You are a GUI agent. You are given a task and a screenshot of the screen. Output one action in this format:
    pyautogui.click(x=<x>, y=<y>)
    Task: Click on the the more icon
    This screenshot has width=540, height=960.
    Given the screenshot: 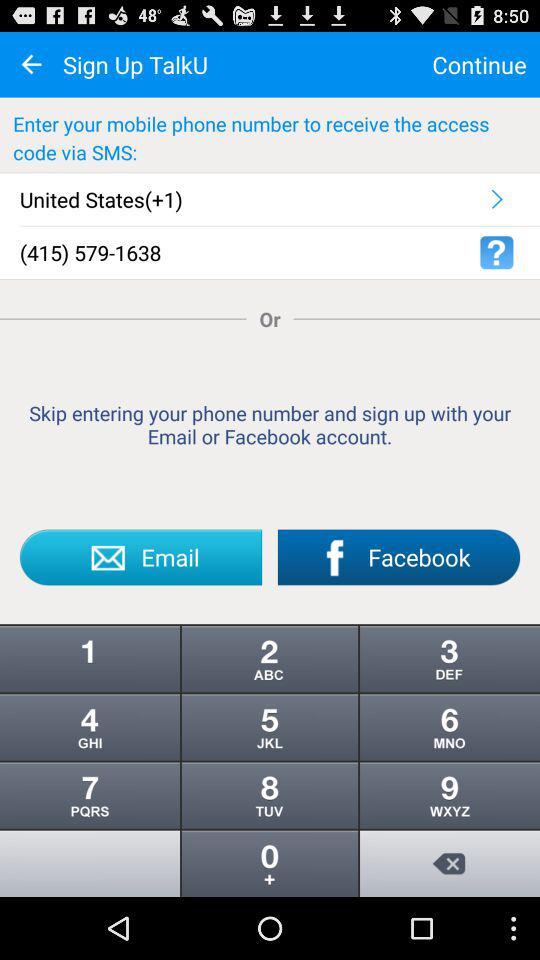 What is the action you would take?
    pyautogui.click(x=449, y=777)
    